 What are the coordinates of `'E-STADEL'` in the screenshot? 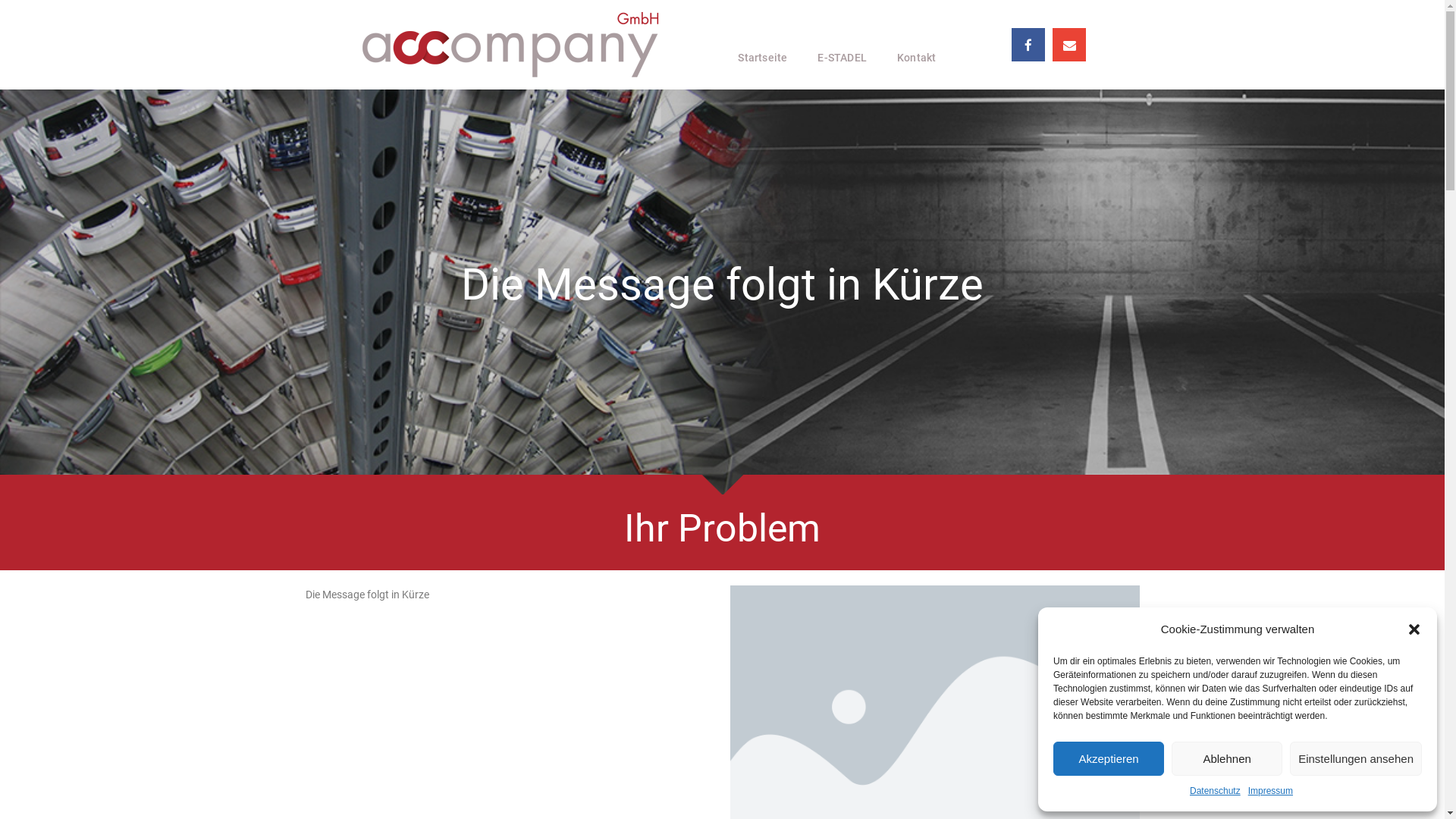 It's located at (841, 57).